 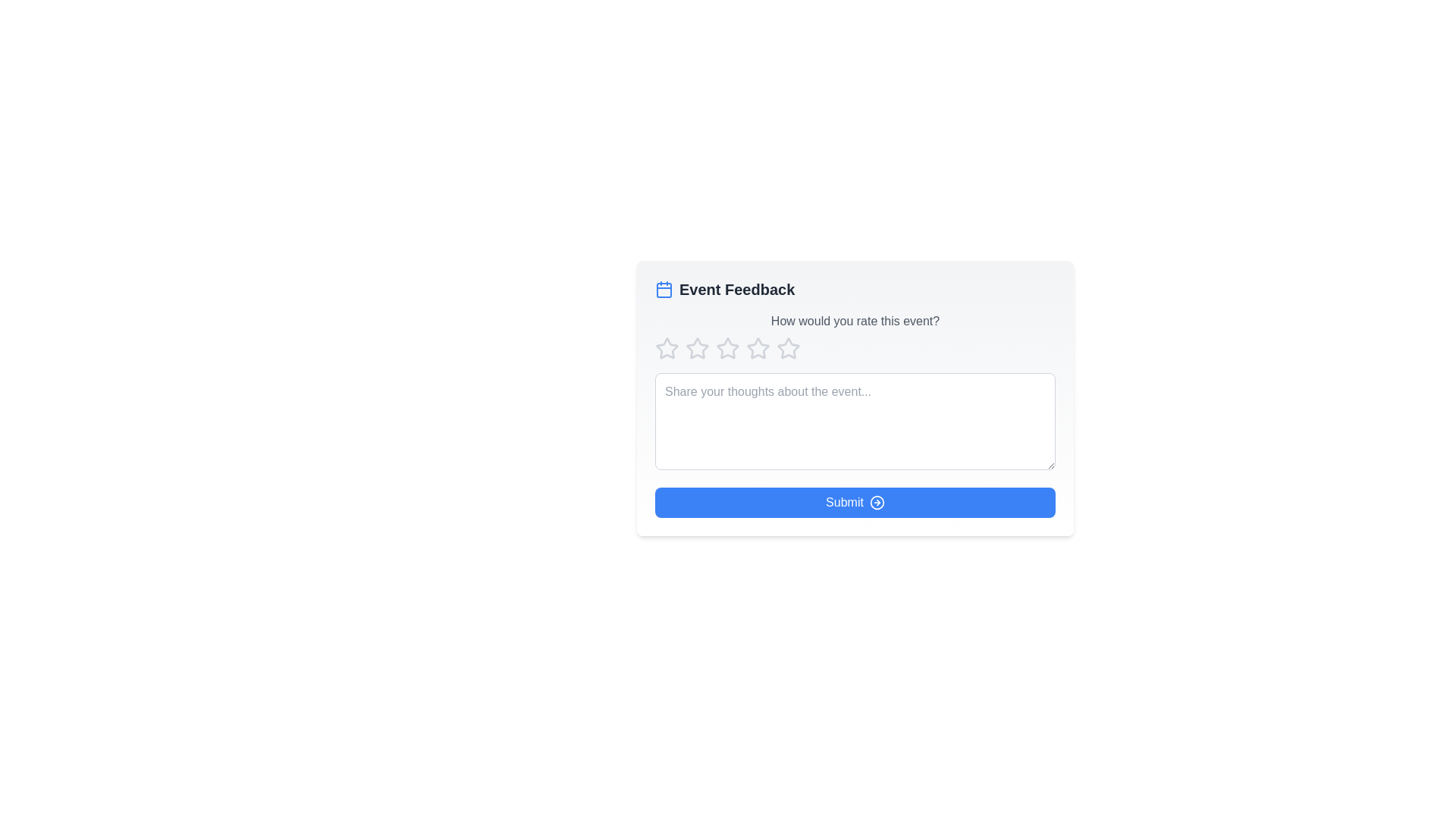 What do you see at coordinates (758, 348) in the screenshot?
I see `the second star icon in the rating system located below the text 'How would you rate this event?'` at bounding box center [758, 348].